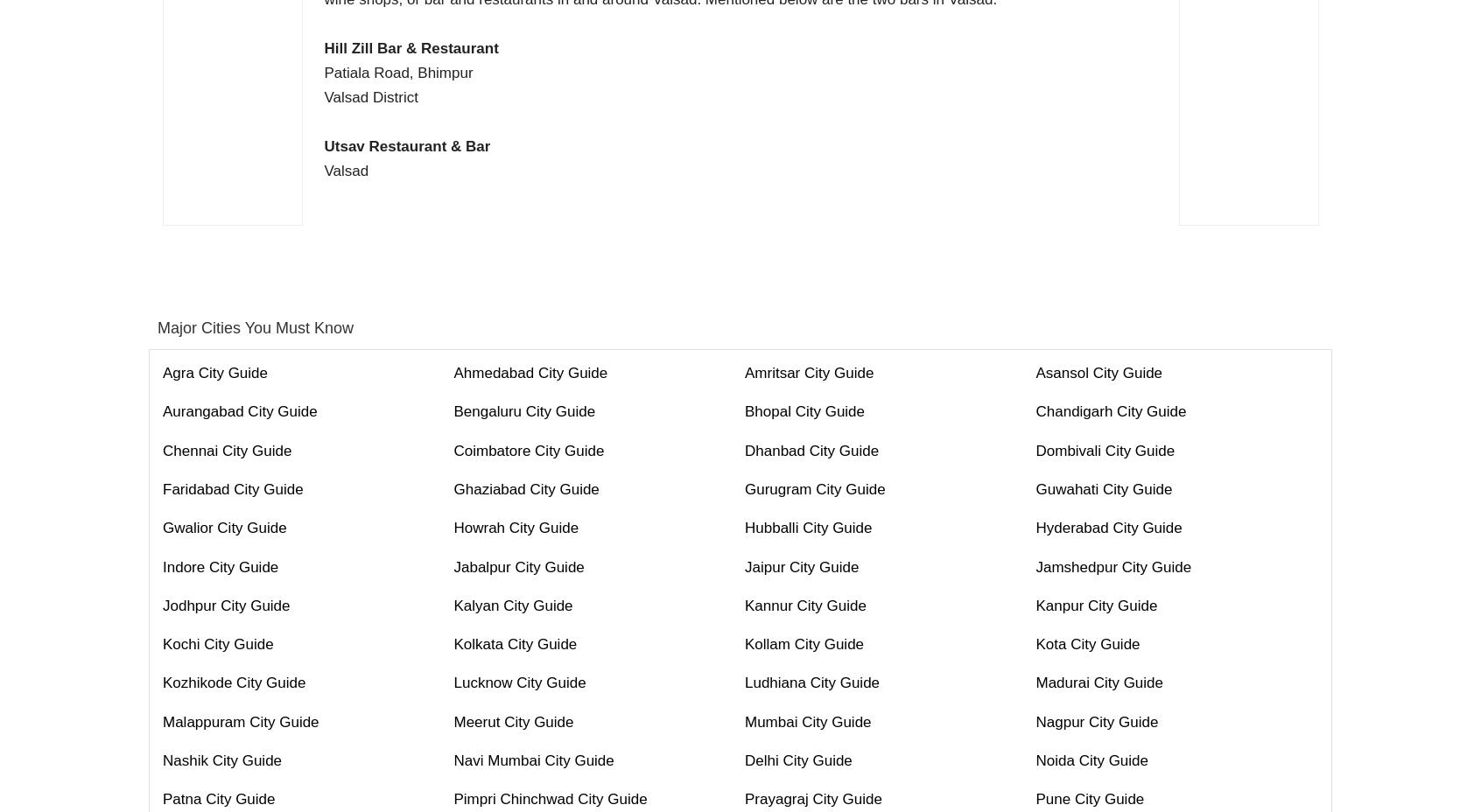 The image size is (1481, 812). Describe the element at coordinates (161, 682) in the screenshot. I see `'Kozhikode City Guide'` at that location.